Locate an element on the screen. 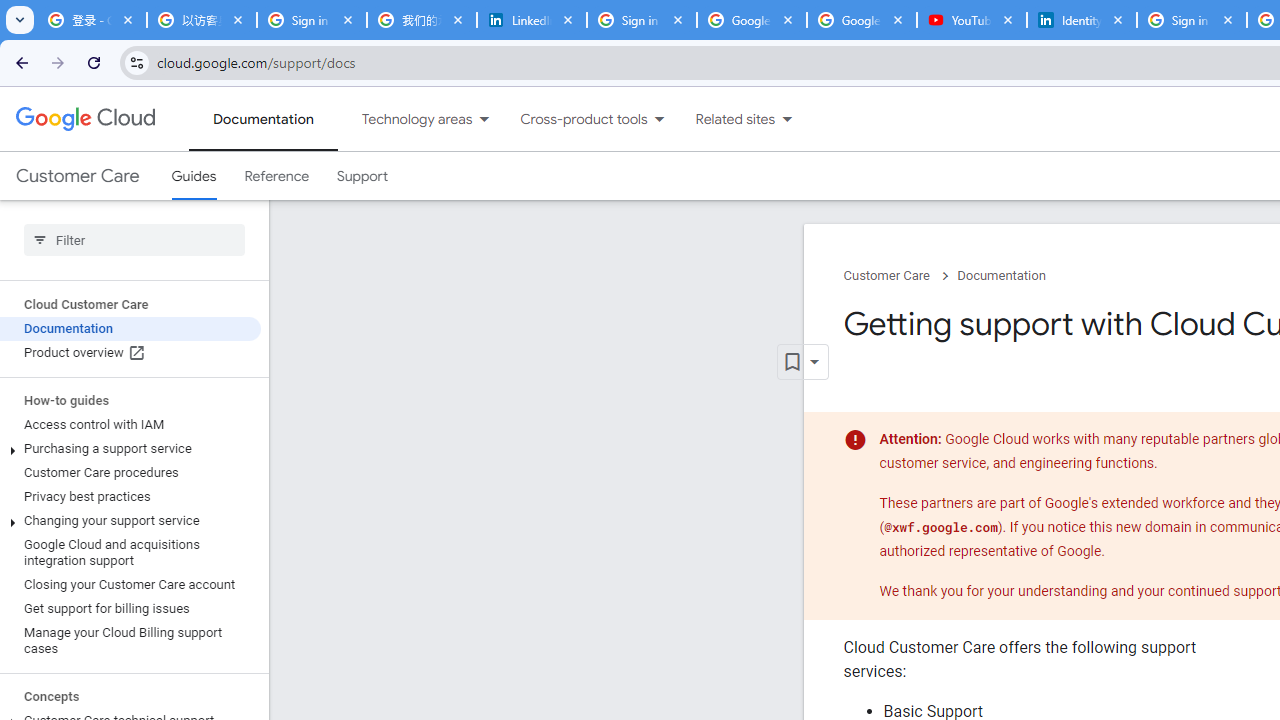  'Access control with IAM' is located at coordinates (129, 424).